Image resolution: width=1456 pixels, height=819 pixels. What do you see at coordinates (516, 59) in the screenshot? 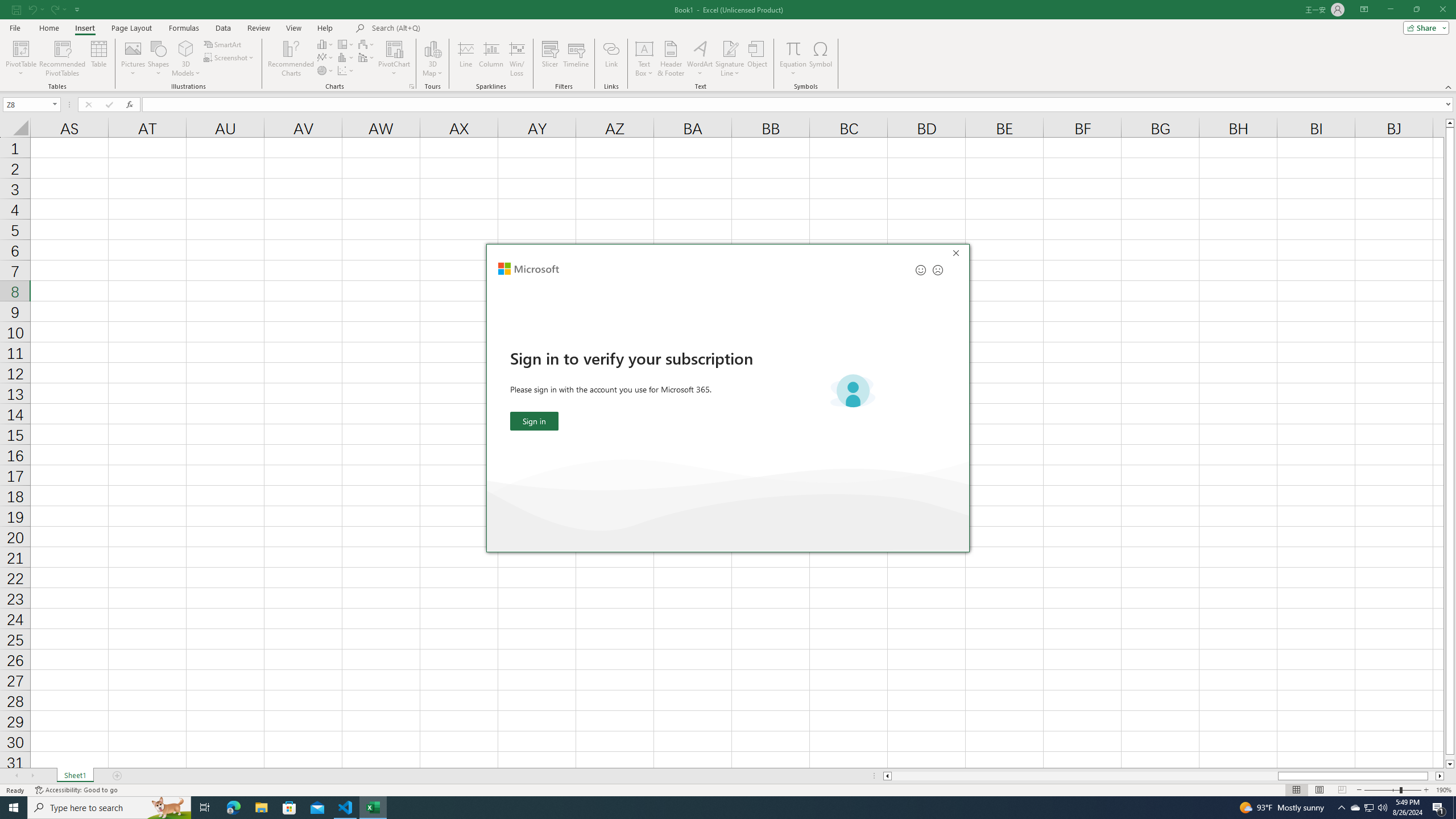
I see `'Win/Loss'` at bounding box center [516, 59].